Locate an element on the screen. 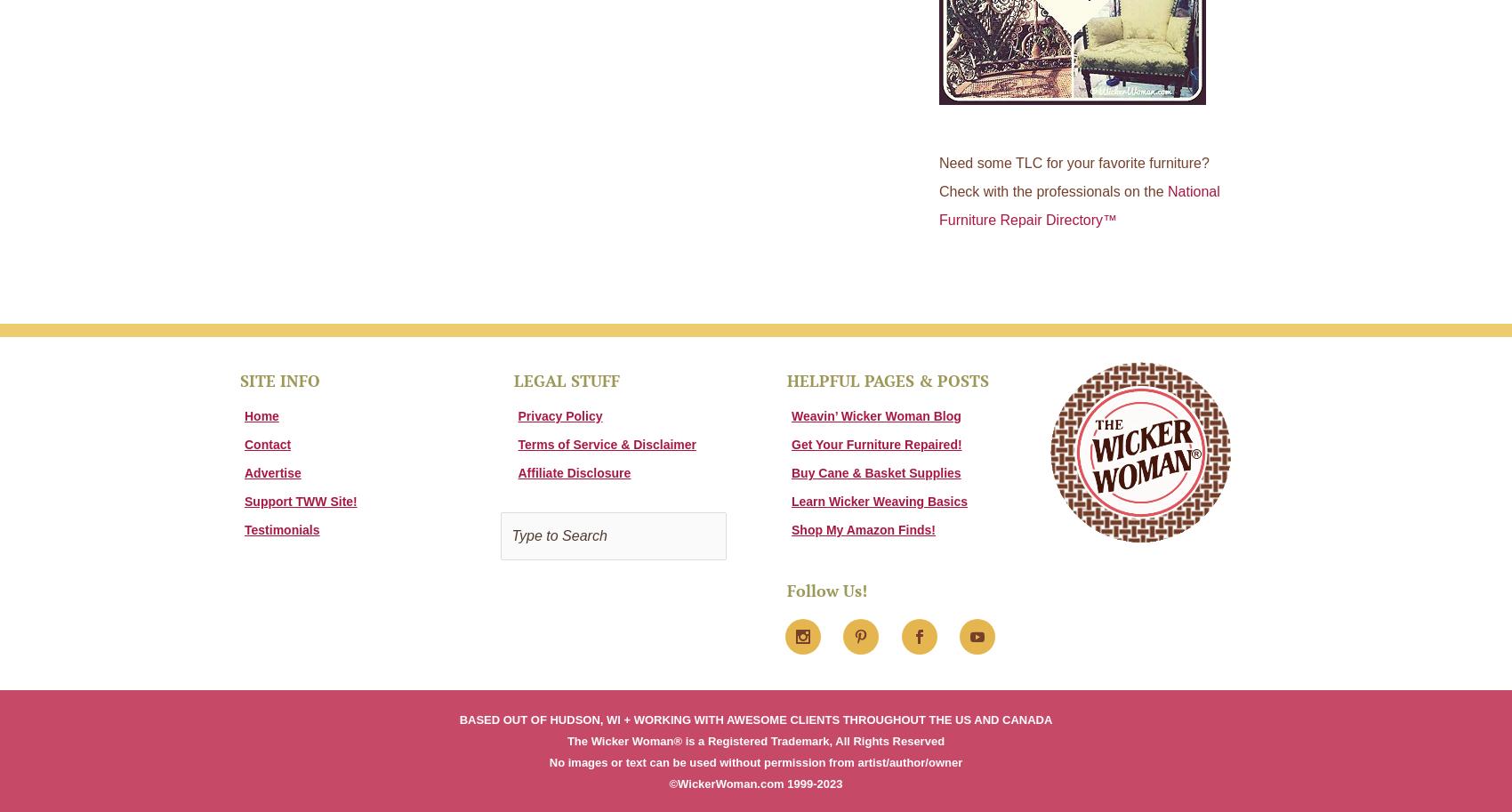 This screenshot has width=1512, height=812. 'Contact' is located at coordinates (268, 442).